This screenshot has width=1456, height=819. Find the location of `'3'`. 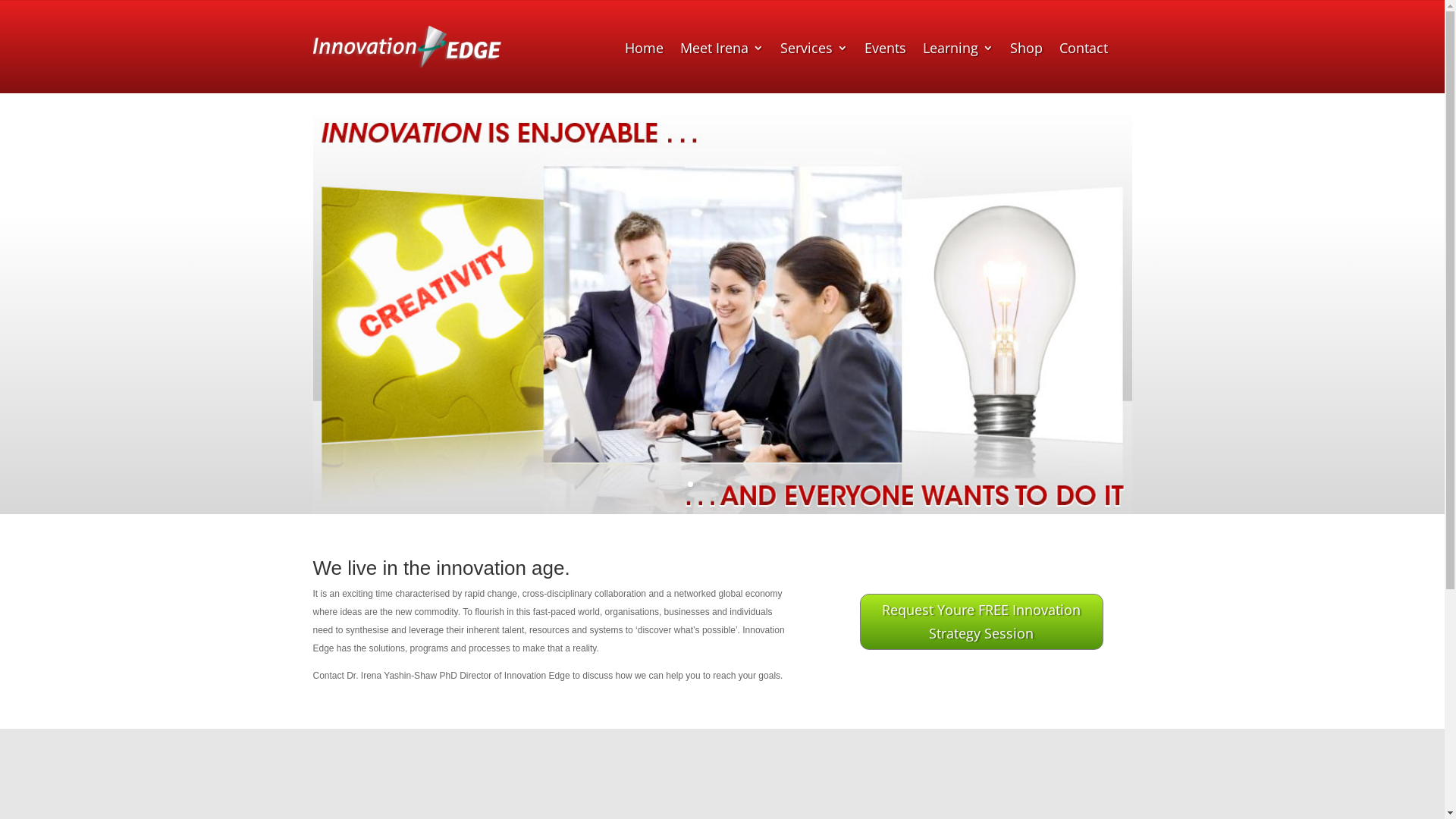

'3' is located at coordinates (714, 484).